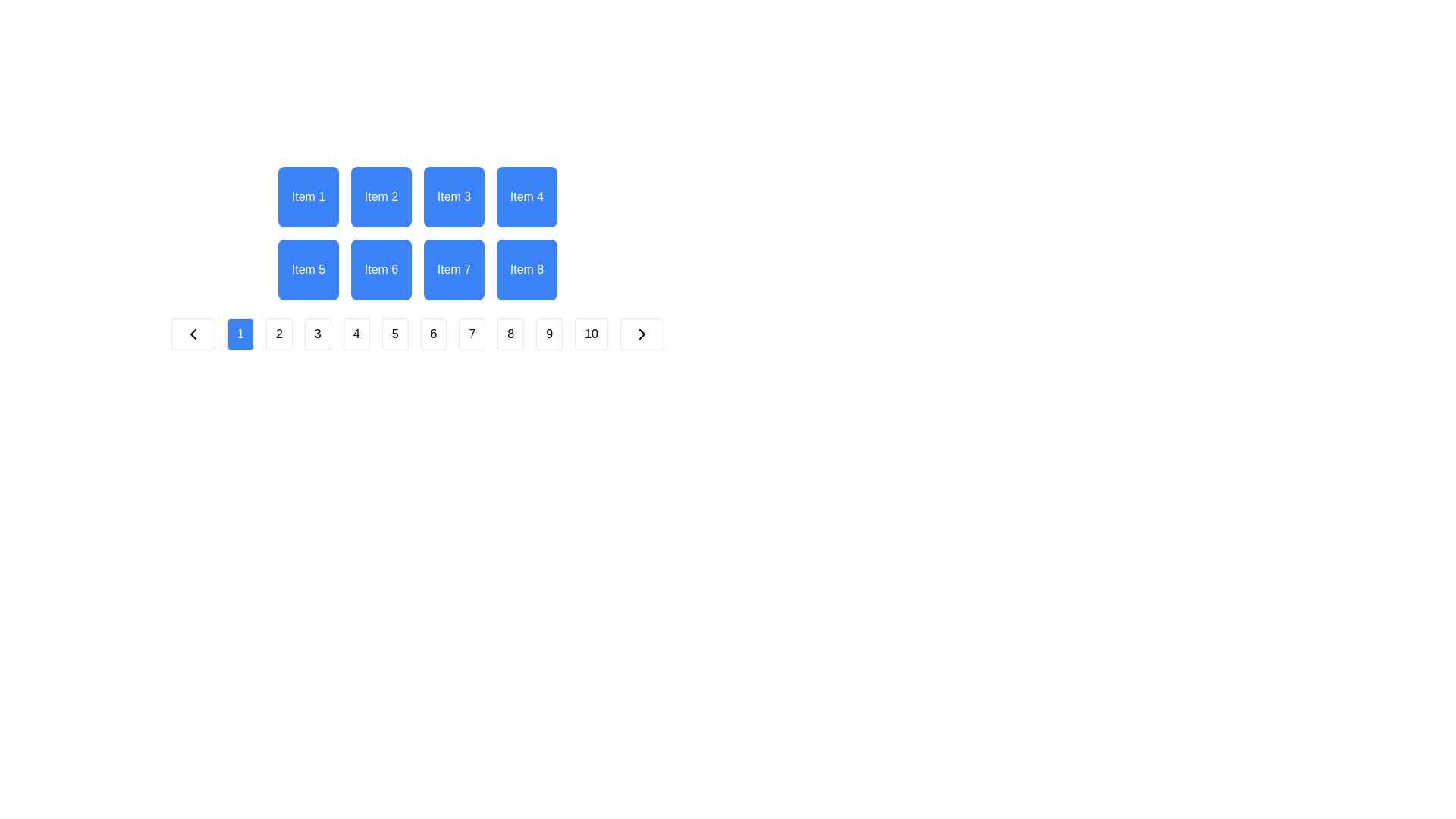 The image size is (1456, 819). What do you see at coordinates (642, 333) in the screenshot?
I see `the rightward-pointing chevron icon in the pagination control` at bounding box center [642, 333].